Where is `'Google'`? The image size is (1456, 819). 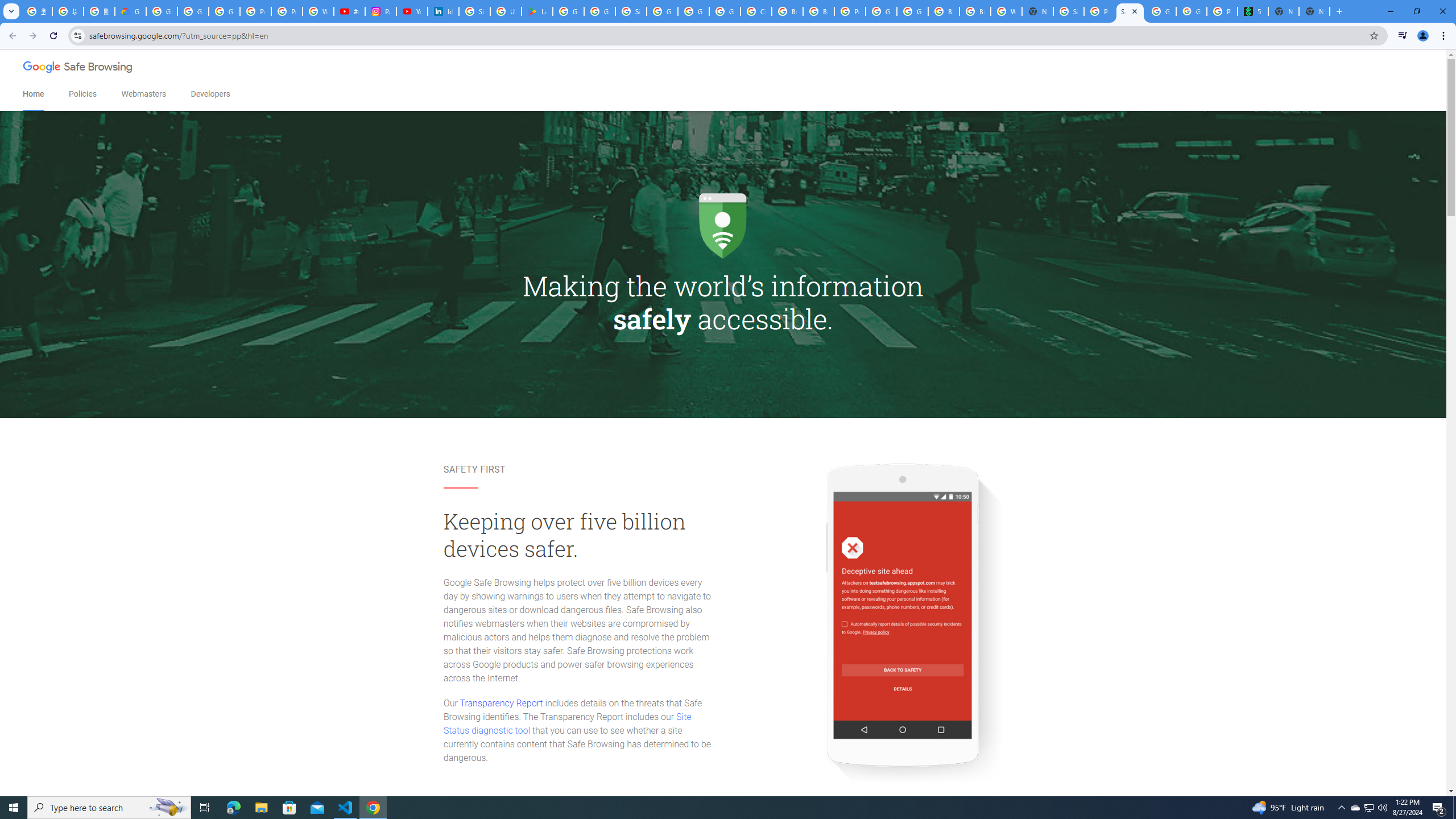
'Google' is located at coordinates (42, 67).